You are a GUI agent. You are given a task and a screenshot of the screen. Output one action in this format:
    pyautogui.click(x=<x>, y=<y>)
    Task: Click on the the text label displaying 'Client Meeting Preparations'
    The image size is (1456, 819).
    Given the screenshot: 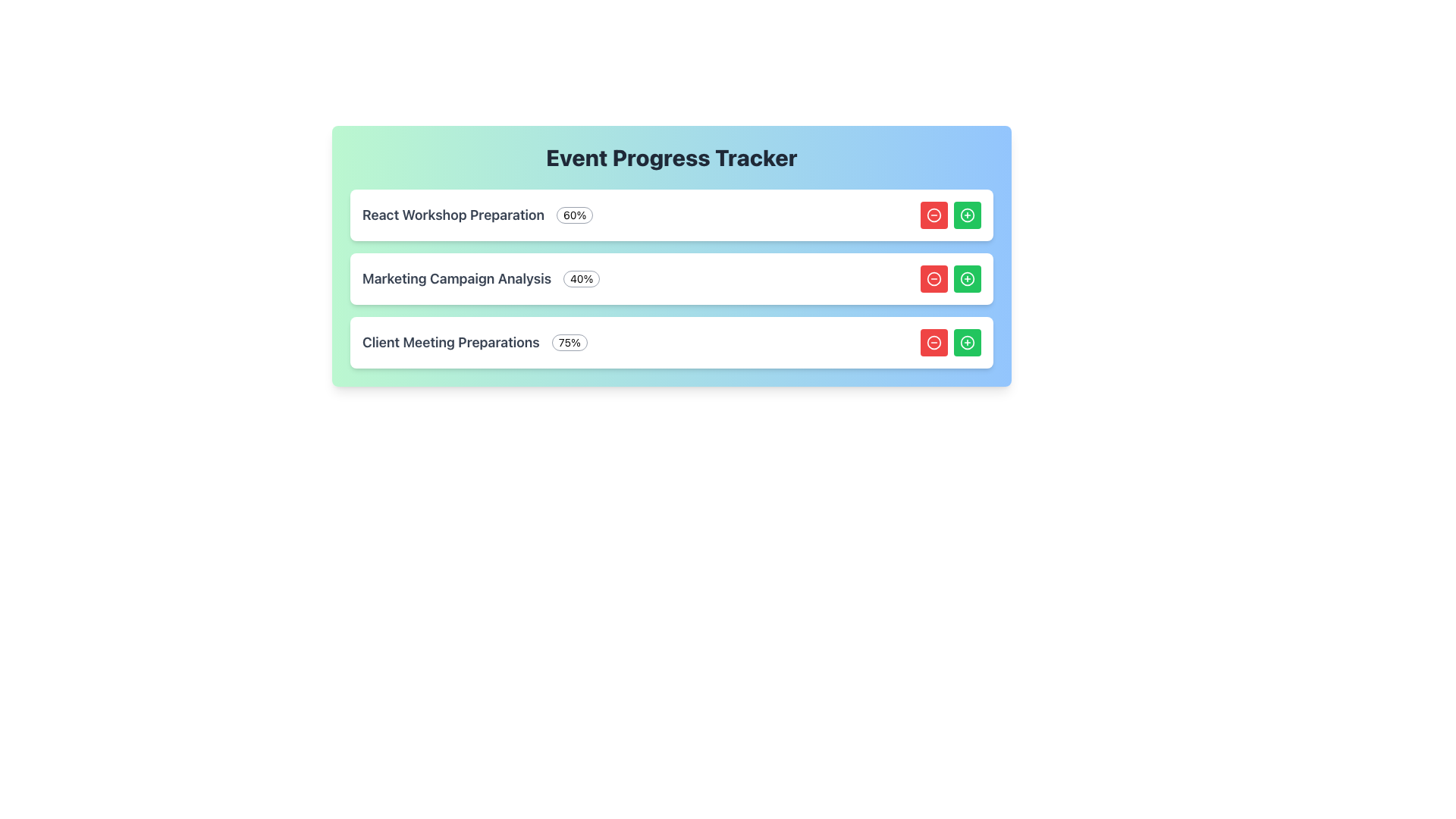 What is the action you would take?
    pyautogui.click(x=450, y=342)
    